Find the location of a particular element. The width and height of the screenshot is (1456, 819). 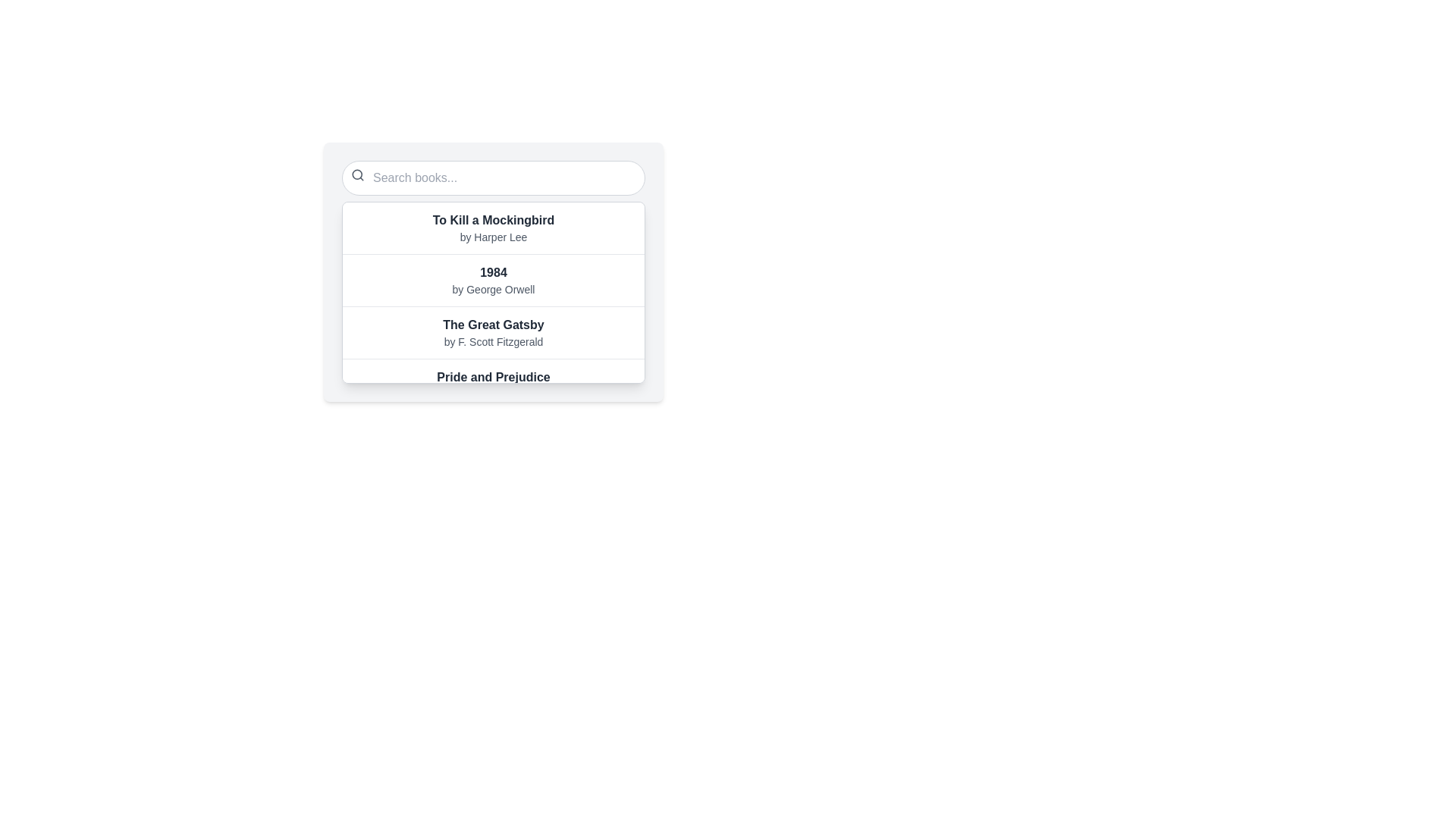

the text label displaying 'Pride and Prejudice', which is the primary label of the fourth list item in the book selection interface is located at coordinates (494, 376).